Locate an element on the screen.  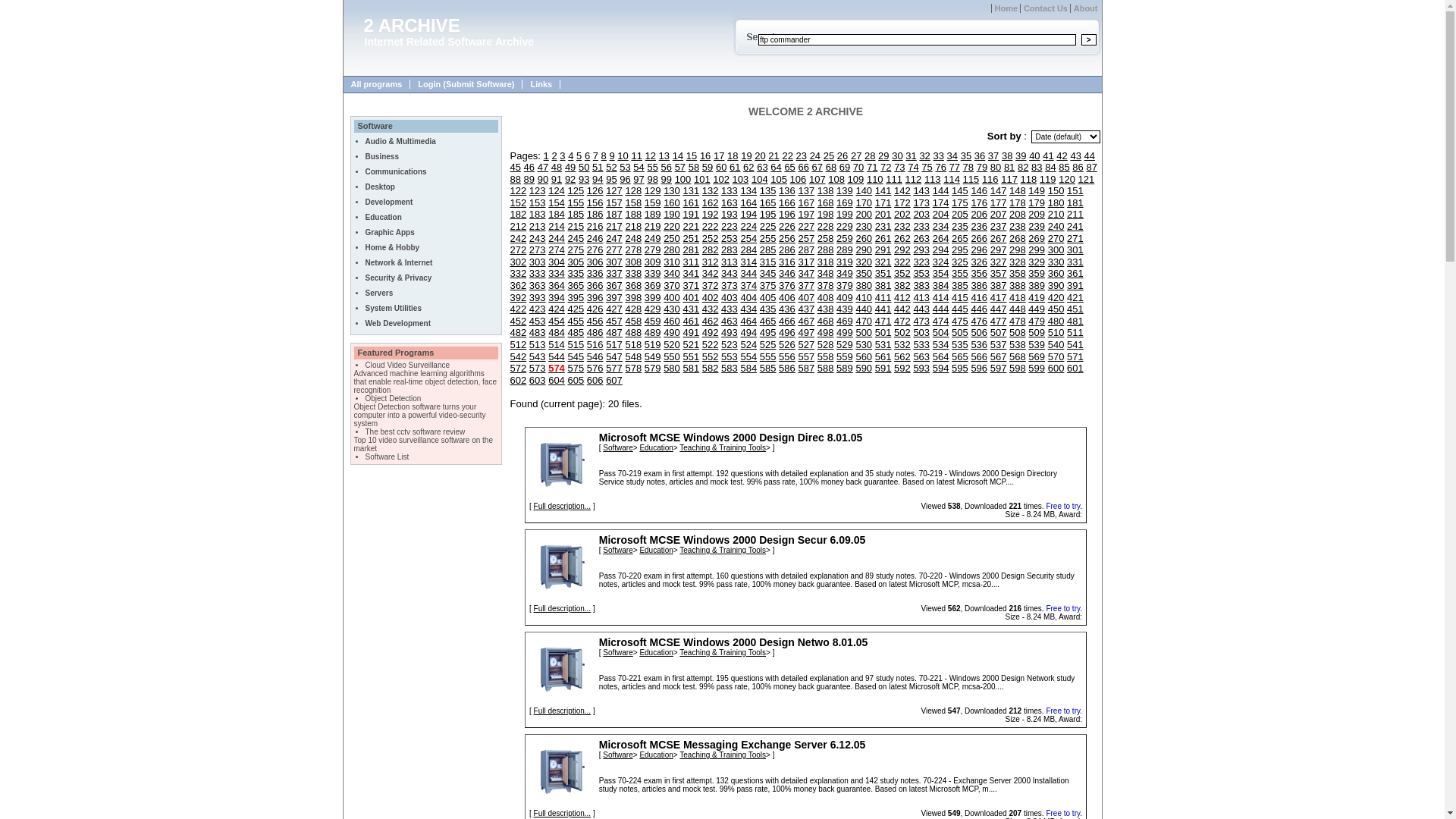
'2' is located at coordinates (553, 155).